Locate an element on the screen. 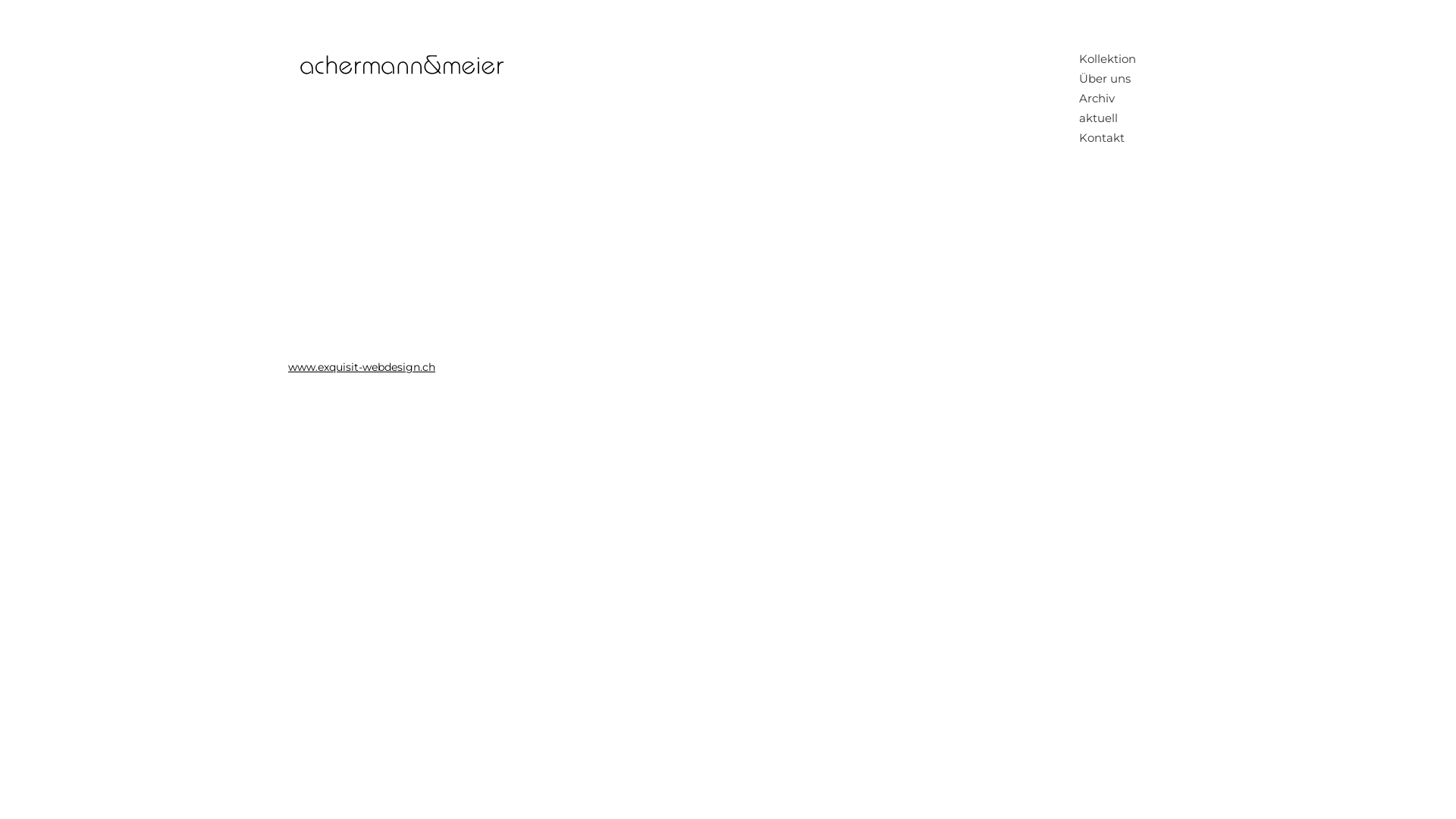 Image resolution: width=1456 pixels, height=819 pixels. 'Archiv' is located at coordinates (1109, 99).